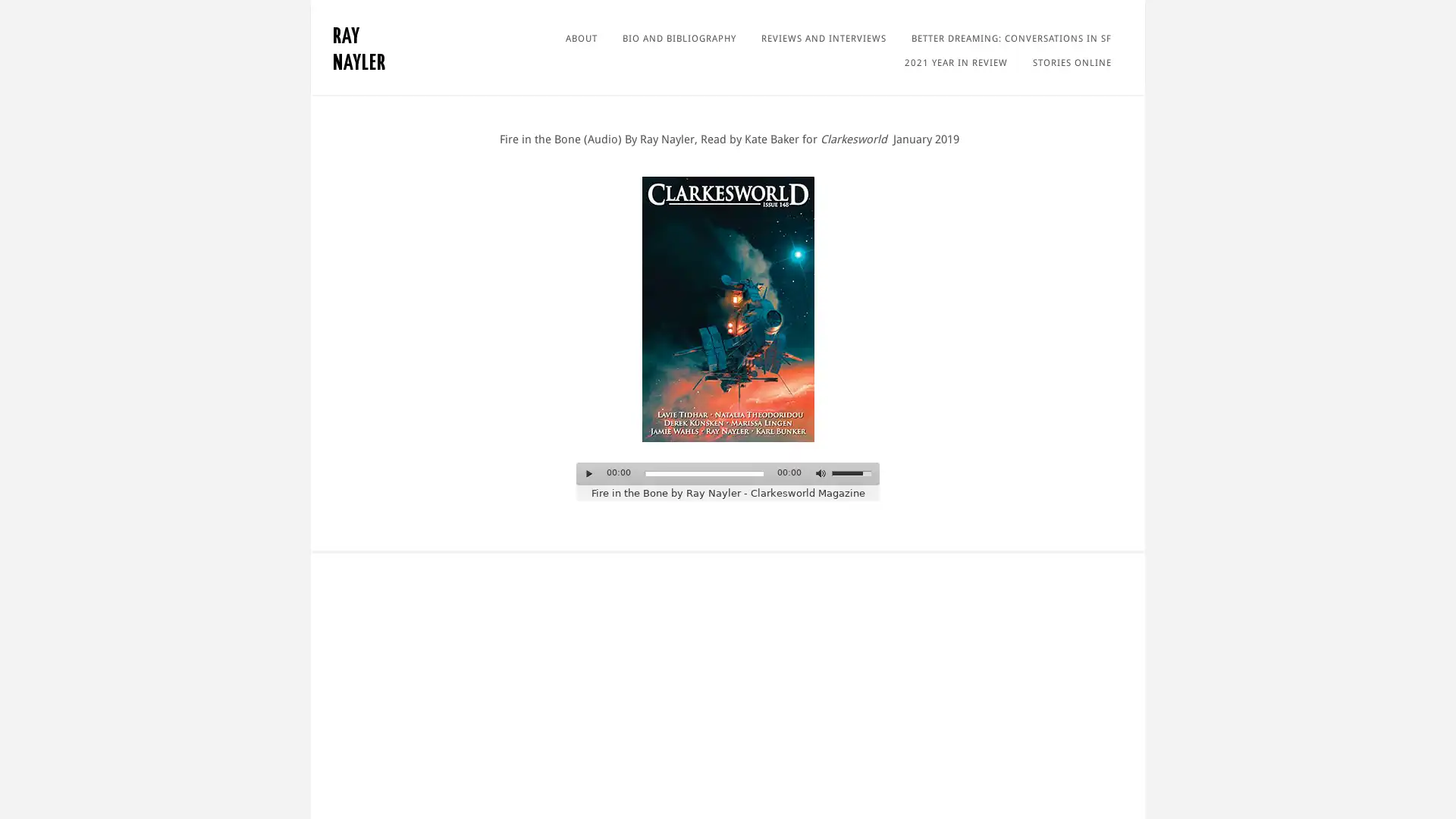 This screenshot has width=1456, height=819. I want to click on Mute Toggle, so click(819, 472).